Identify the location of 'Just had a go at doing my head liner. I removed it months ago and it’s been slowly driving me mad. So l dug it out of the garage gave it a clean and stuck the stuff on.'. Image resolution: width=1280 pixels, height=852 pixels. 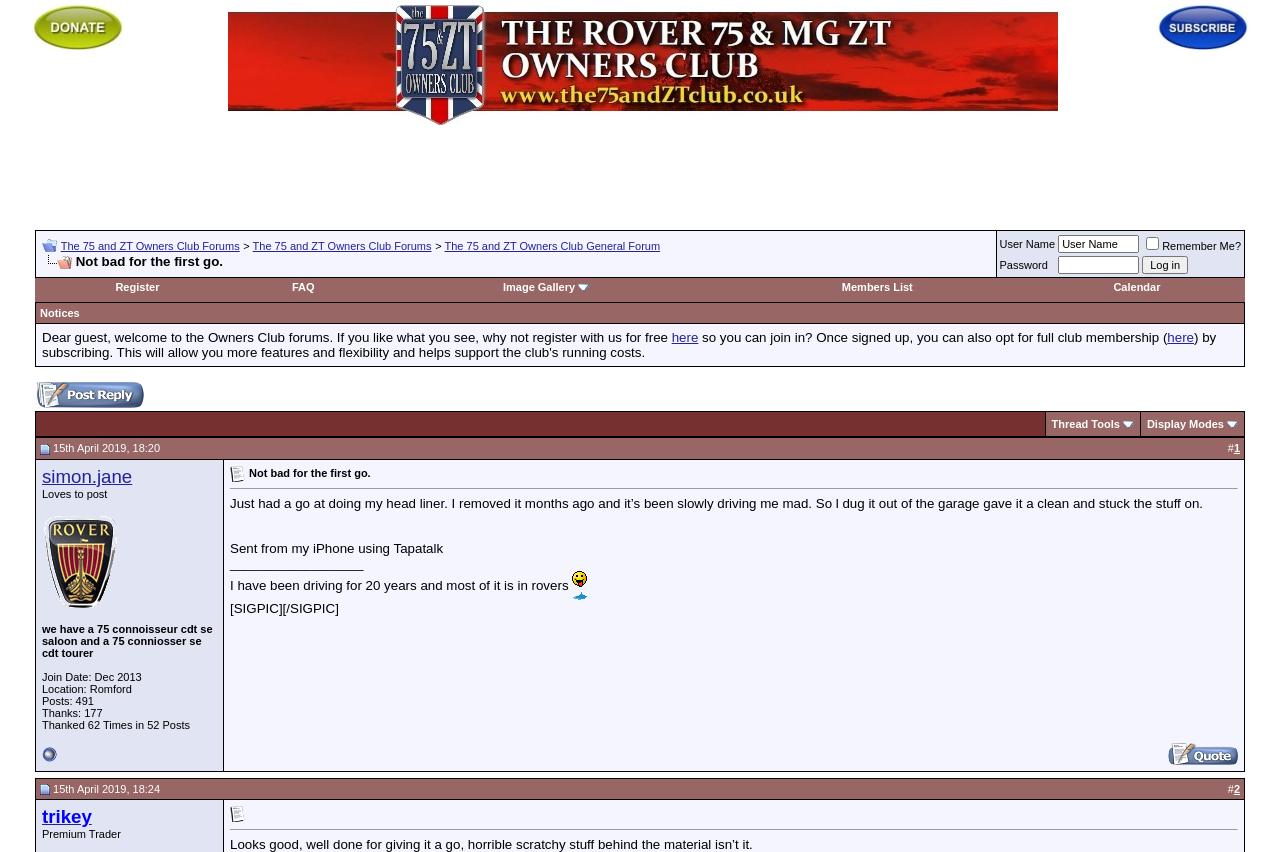
(716, 501).